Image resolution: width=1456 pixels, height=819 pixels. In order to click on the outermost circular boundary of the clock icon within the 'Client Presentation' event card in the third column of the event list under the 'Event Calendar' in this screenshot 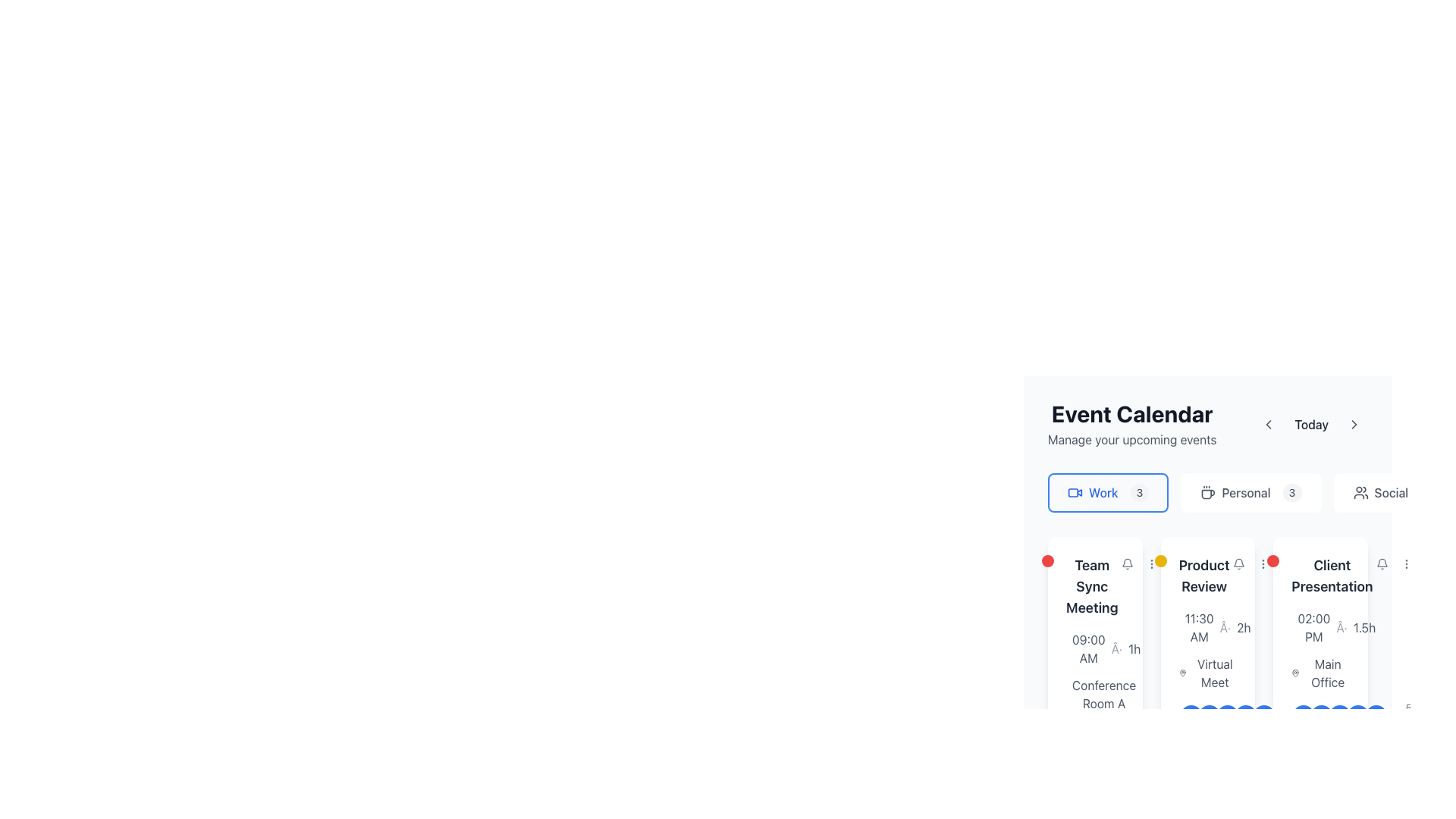, I will do `click(1300, 631)`.